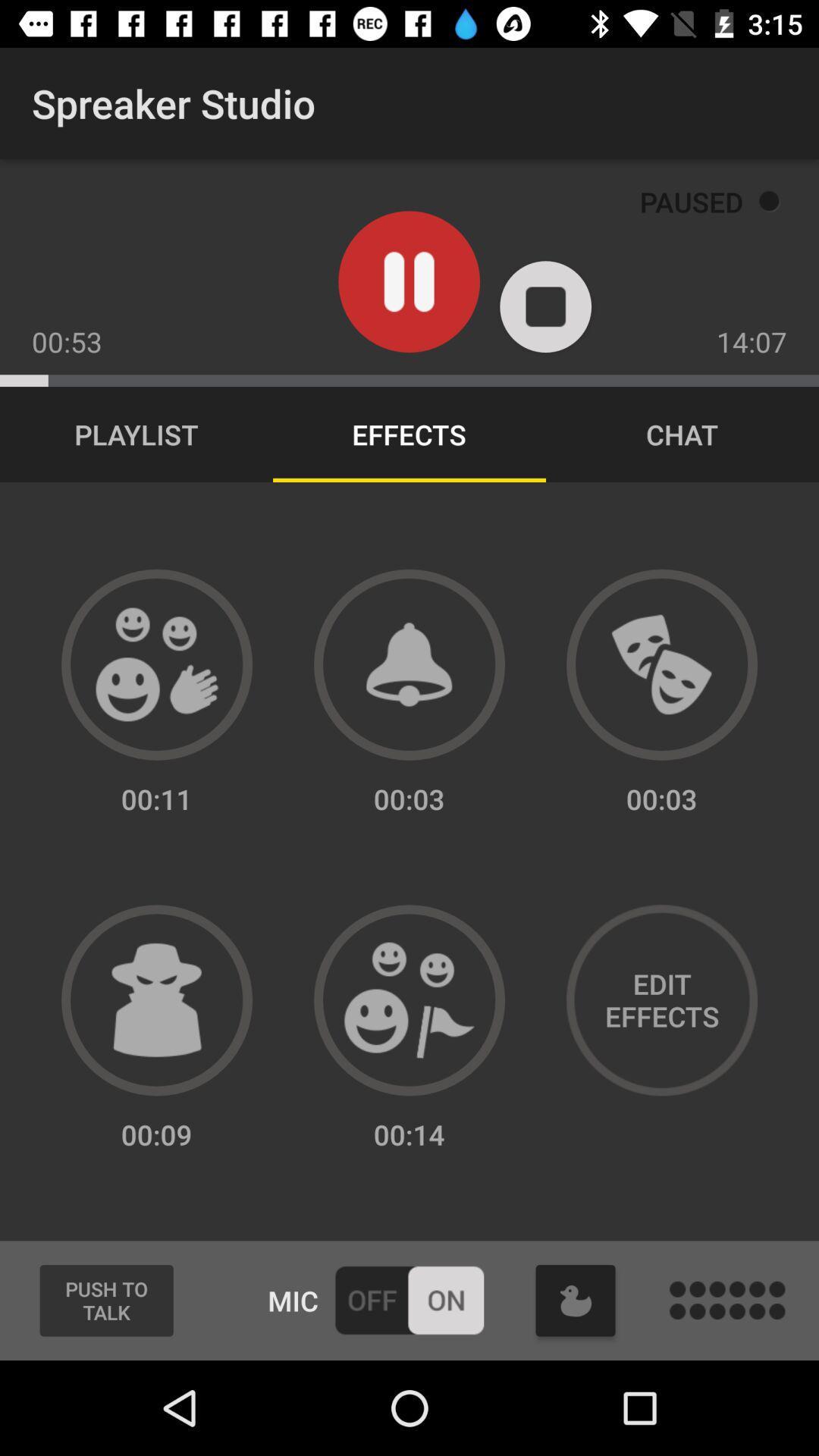 The width and height of the screenshot is (819, 1456). Describe the element at coordinates (576, 1300) in the screenshot. I see `the cart icon` at that location.